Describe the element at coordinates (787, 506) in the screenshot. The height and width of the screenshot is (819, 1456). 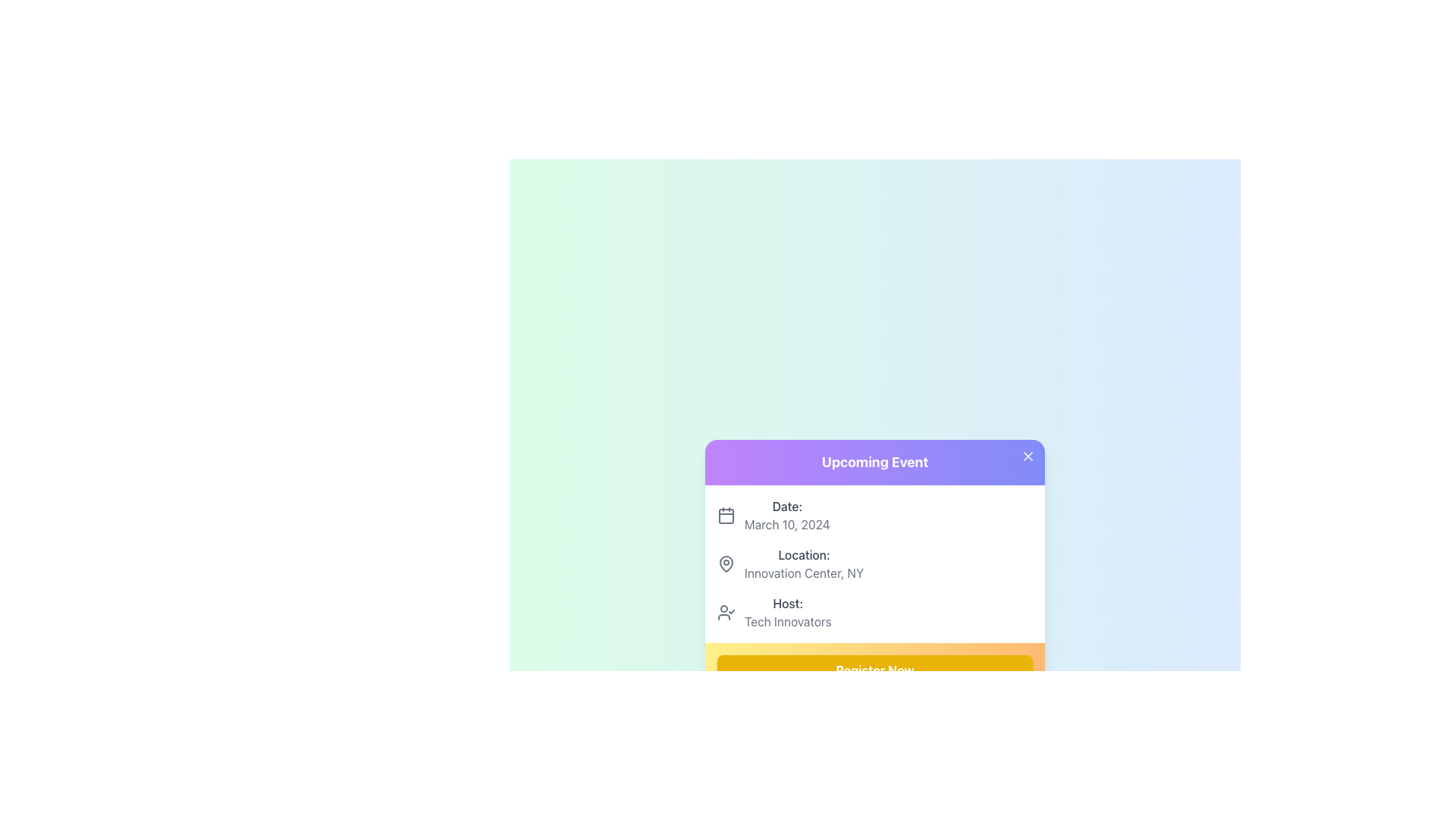
I see `the text label indicating the date information, which is positioned at the top section of the information card, directly above the date 'March 10, 2024'` at that location.